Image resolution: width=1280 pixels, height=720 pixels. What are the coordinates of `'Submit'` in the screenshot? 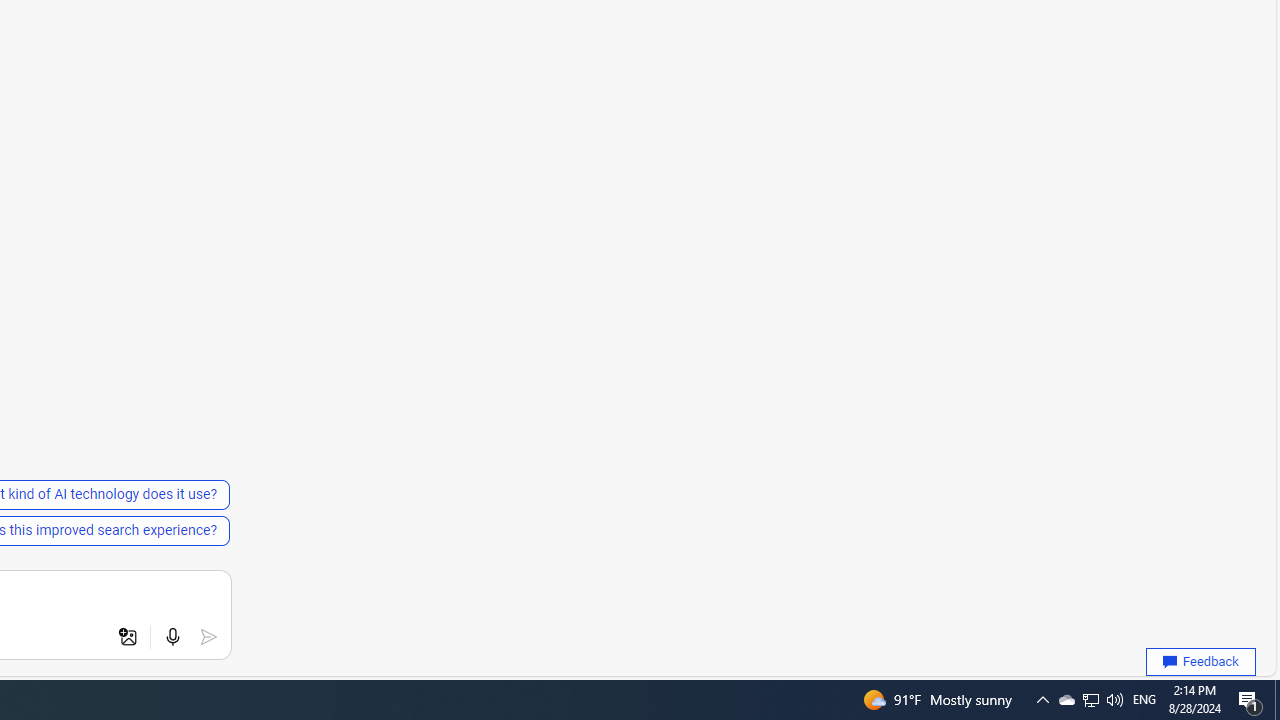 It's located at (208, 637).